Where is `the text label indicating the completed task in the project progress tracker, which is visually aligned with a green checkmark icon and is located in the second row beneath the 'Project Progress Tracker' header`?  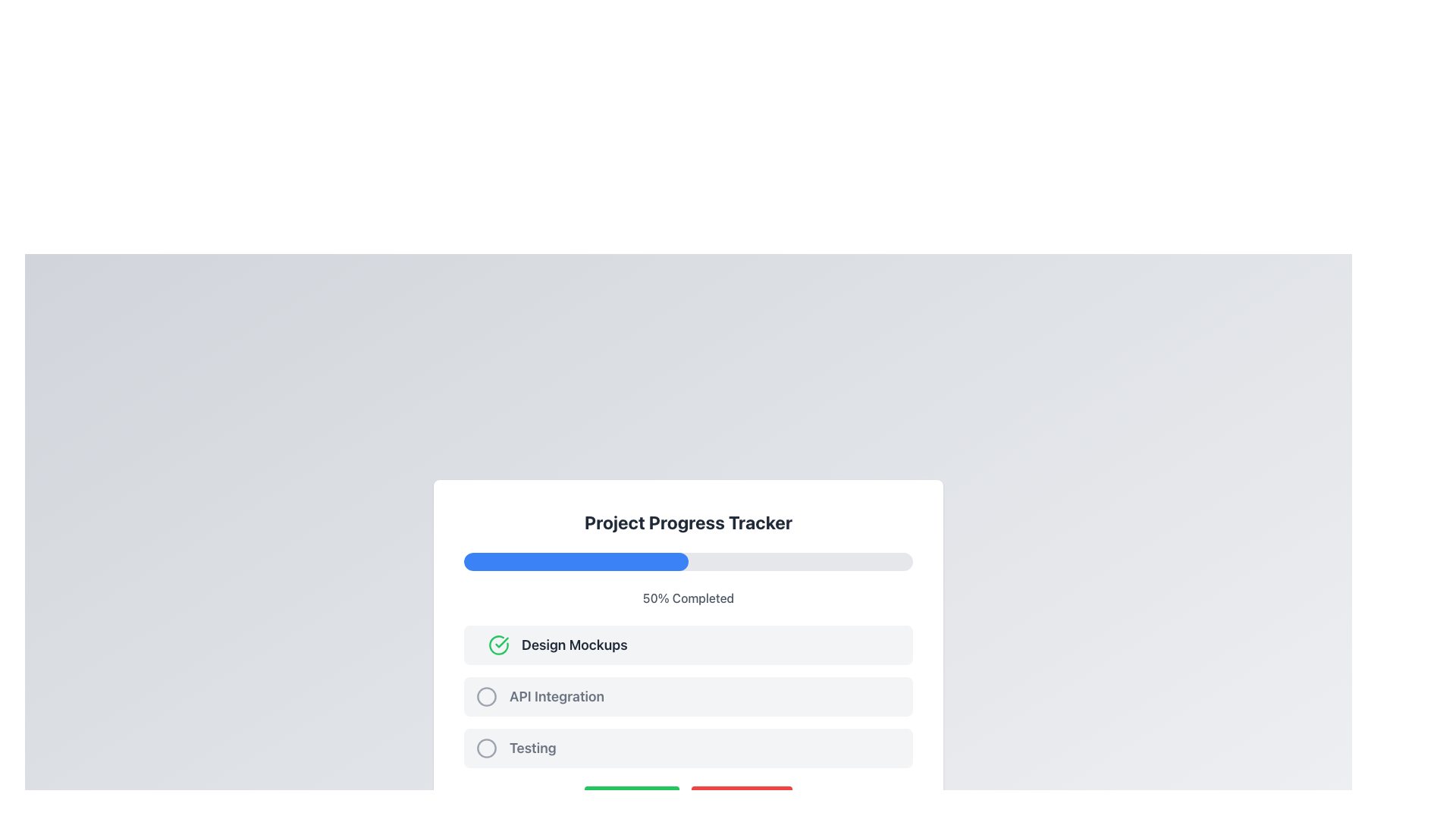 the text label indicating the completed task in the project progress tracker, which is visually aligned with a green checkmark icon and is located in the second row beneath the 'Project Progress Tracker' header is located at coordinates (573, 645).